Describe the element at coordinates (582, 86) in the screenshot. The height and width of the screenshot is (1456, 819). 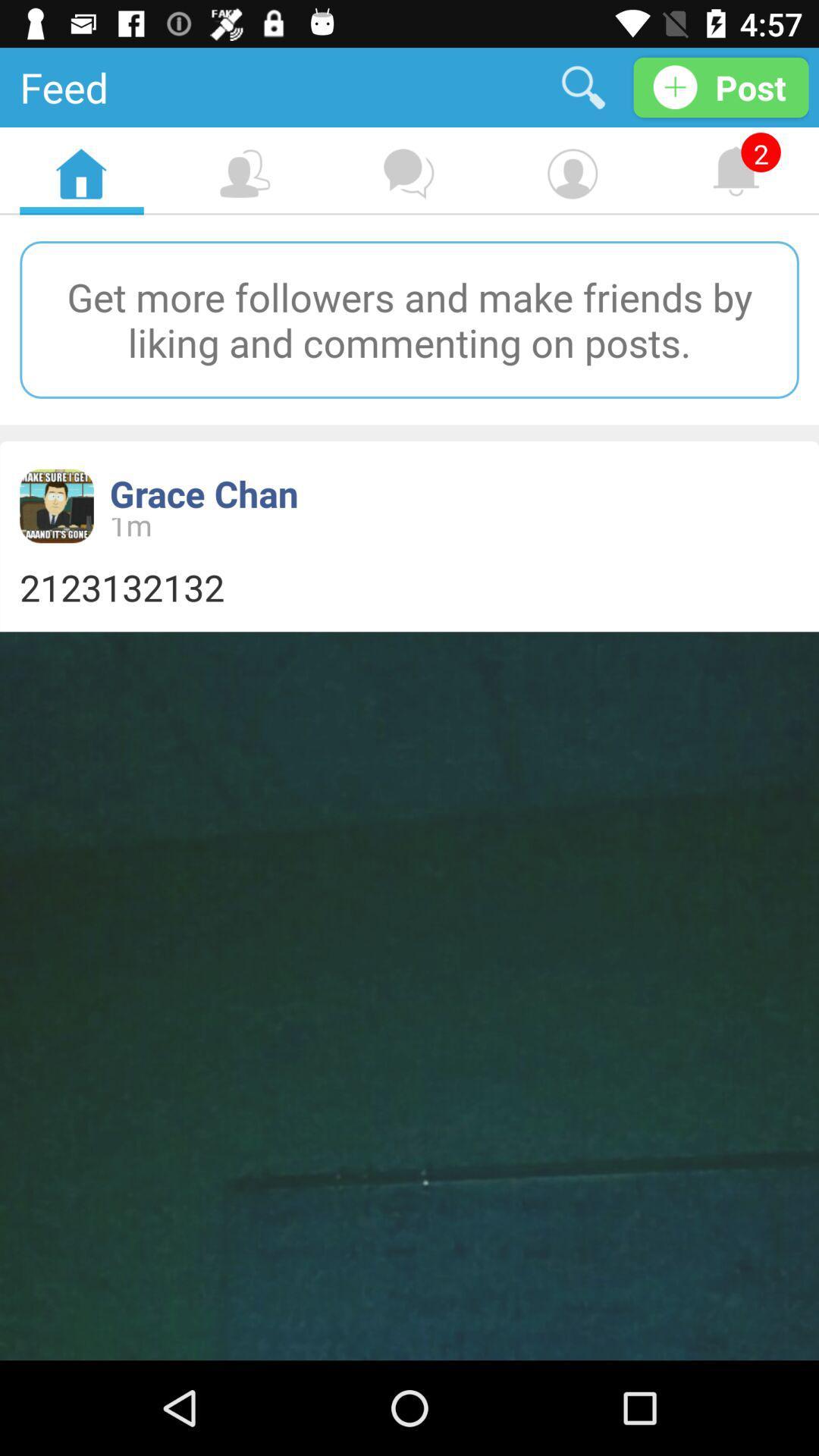
I see `icon to the right of feed item` at that location.